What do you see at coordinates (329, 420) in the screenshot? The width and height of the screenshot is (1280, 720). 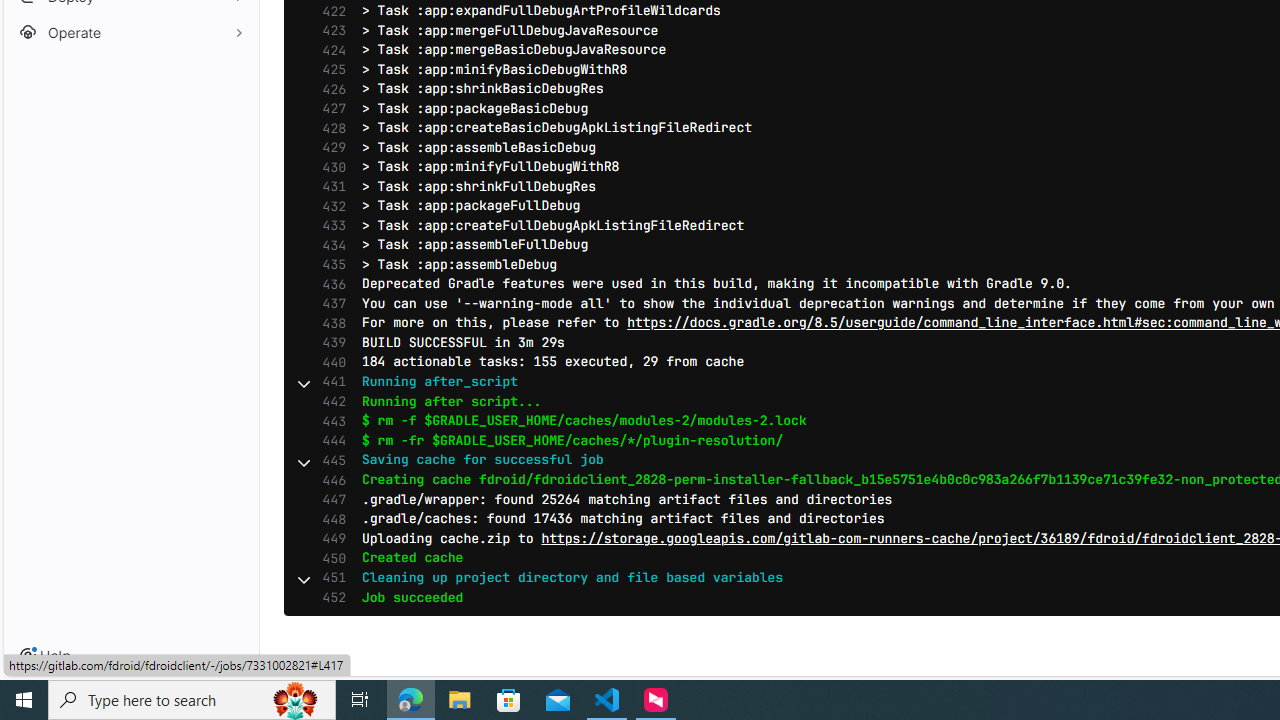 I see `'443'` at bounding box center [329, 420].